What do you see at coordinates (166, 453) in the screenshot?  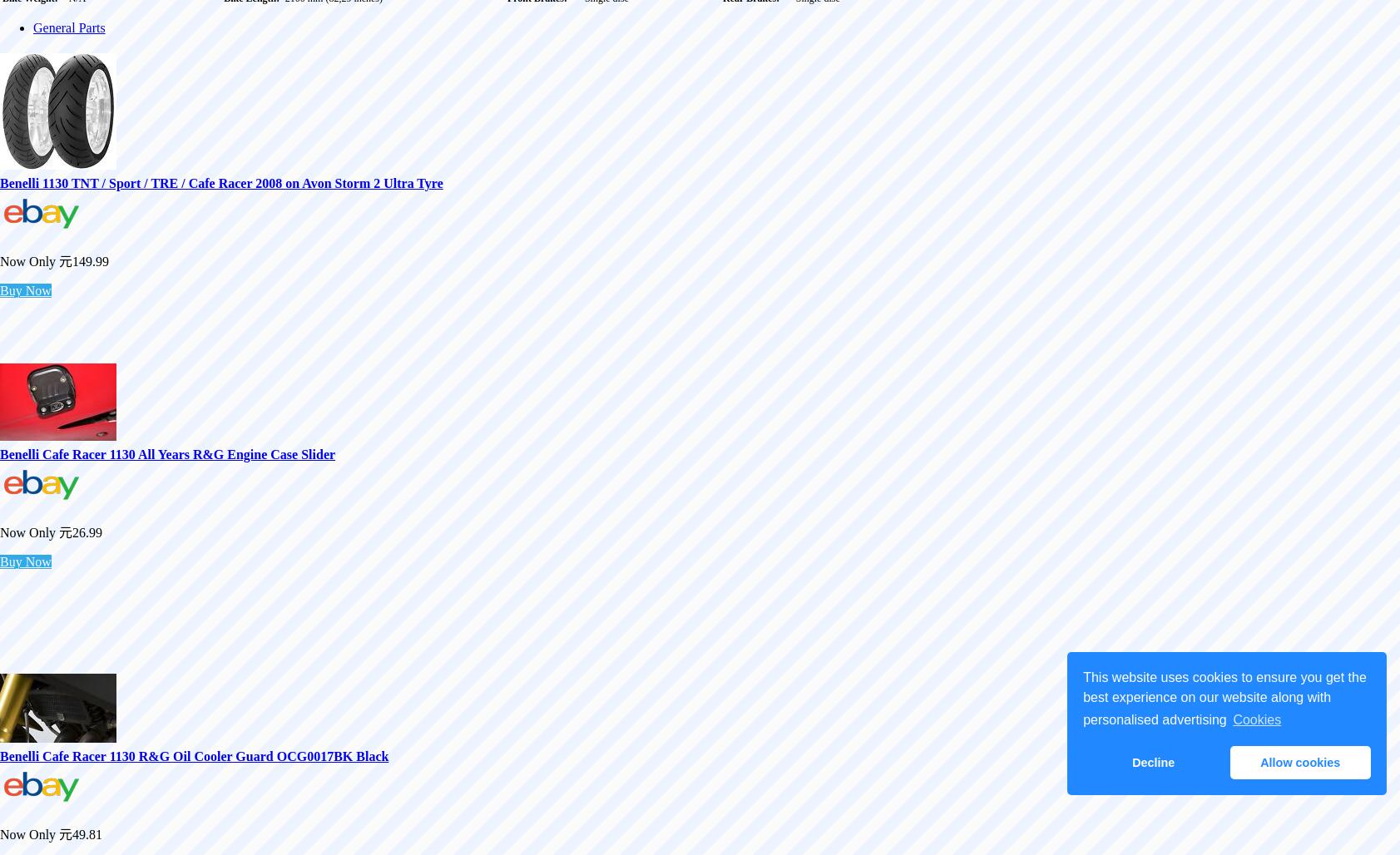 I see `'Benelli Cafe Racer 1130 All Years R&G Engine Case Slider'` at bounding box center [166, 453].